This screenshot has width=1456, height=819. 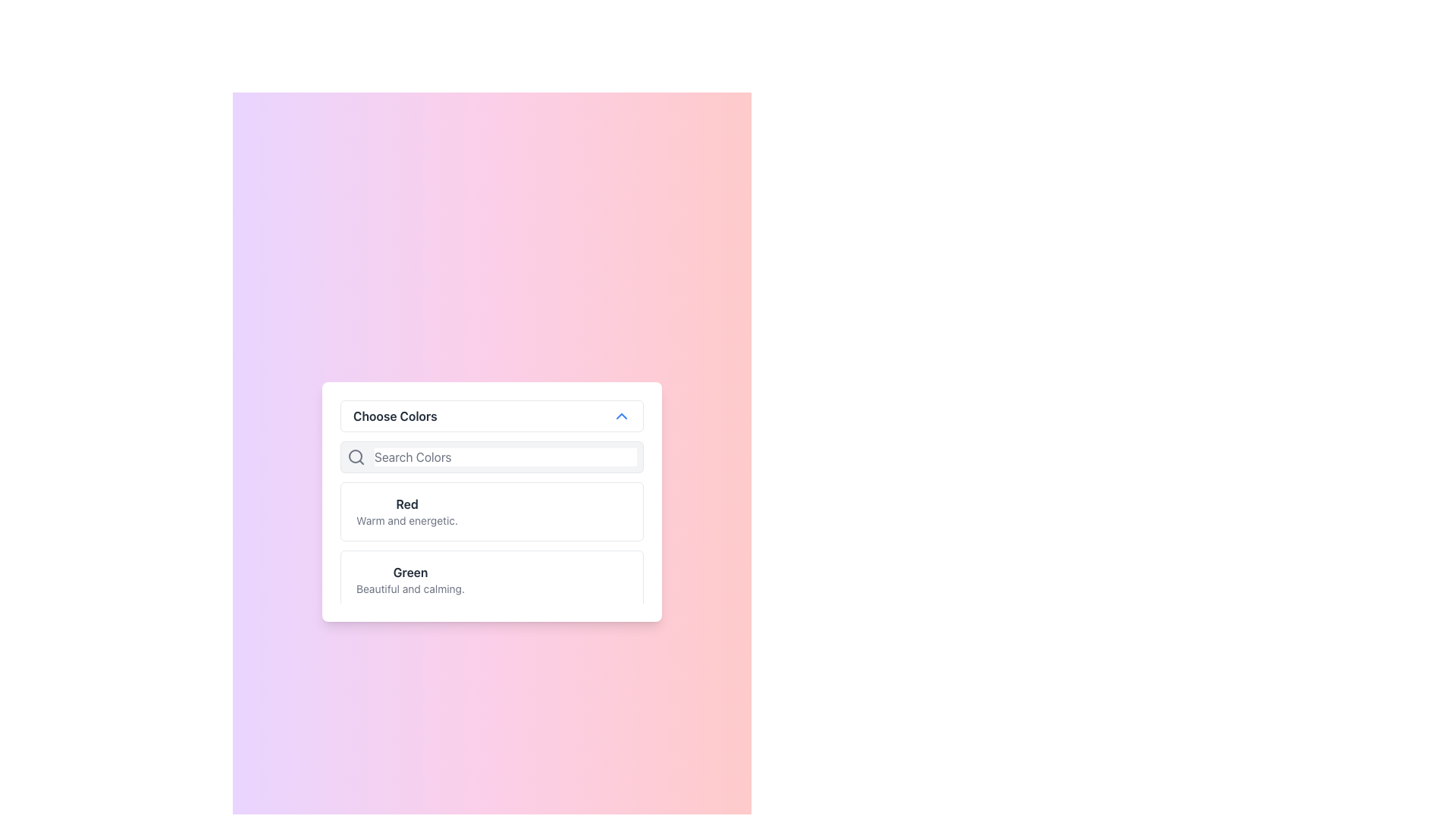 What do you see at coordinates (407, 519) in the screenshot?
I see `the text element that reads 'Warm and energetic.' which is styled in small grey font and located right below the bold 'Red' label in the dropdown menu` at bounding box center [407, 519].